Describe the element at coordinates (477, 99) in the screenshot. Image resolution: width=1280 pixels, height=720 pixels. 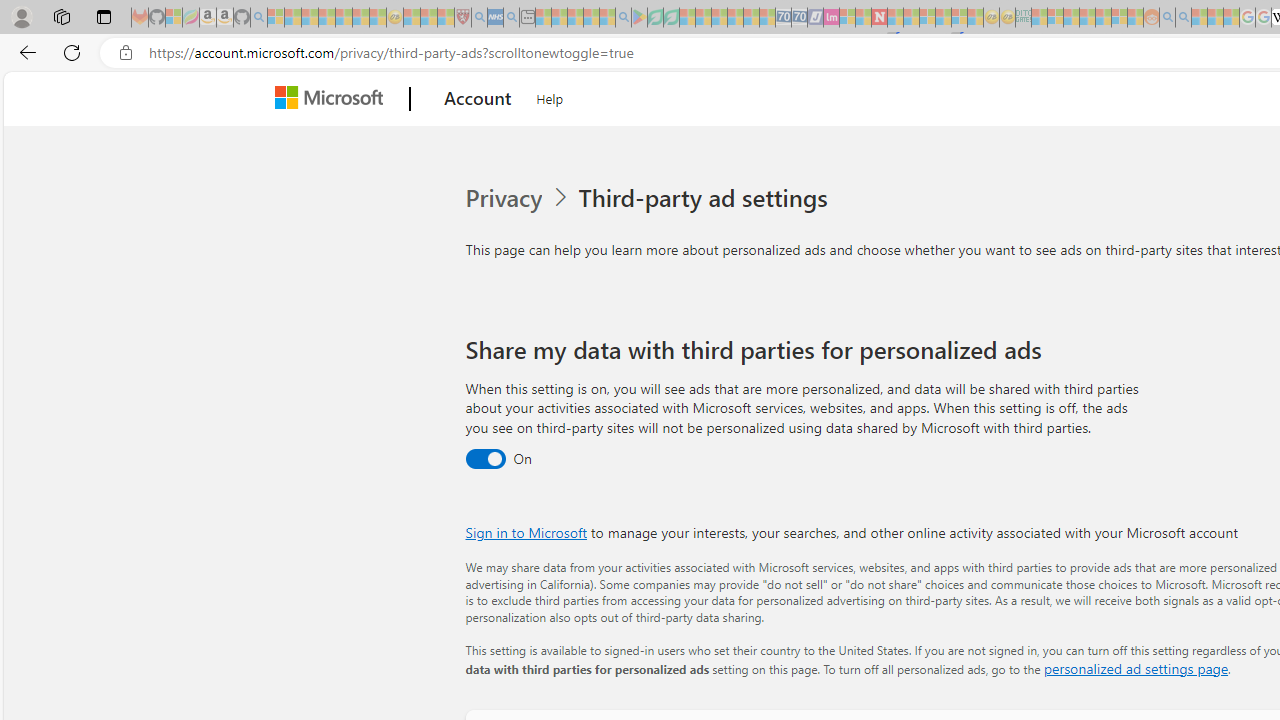
I see `'Account'` at that location.